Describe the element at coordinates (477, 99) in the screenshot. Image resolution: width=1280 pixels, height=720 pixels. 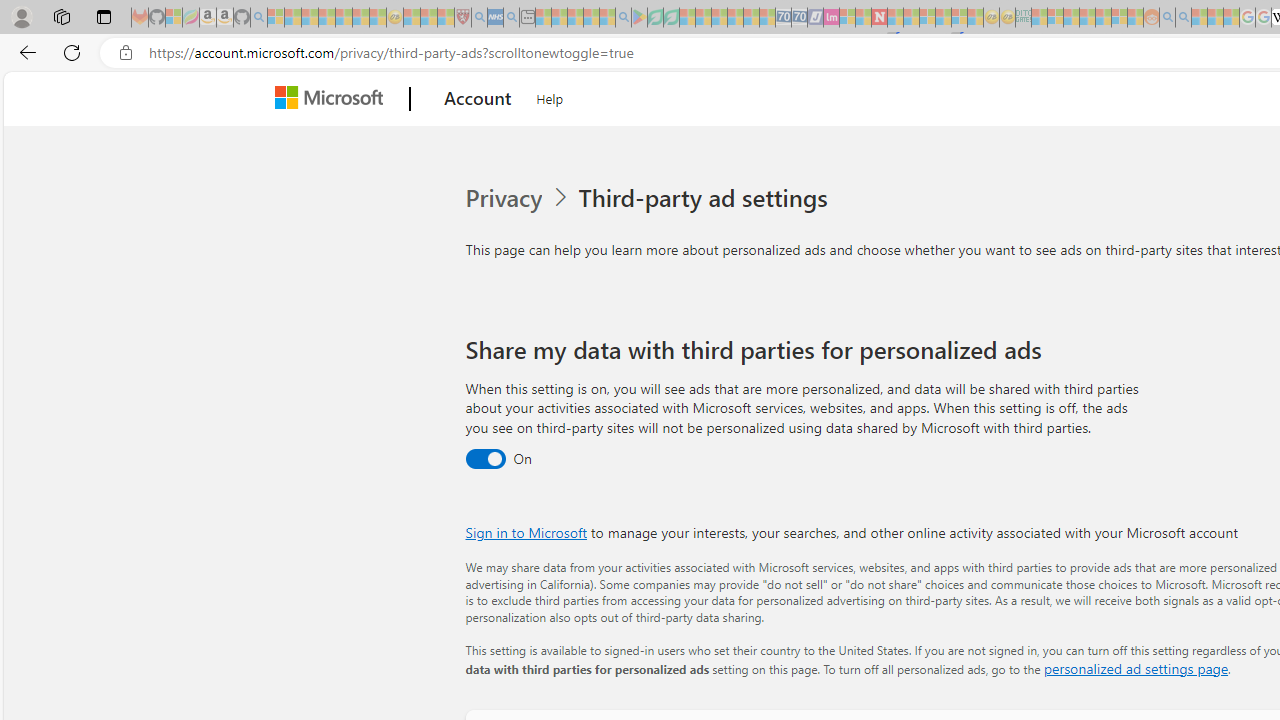
I see `'Account'` at that location.